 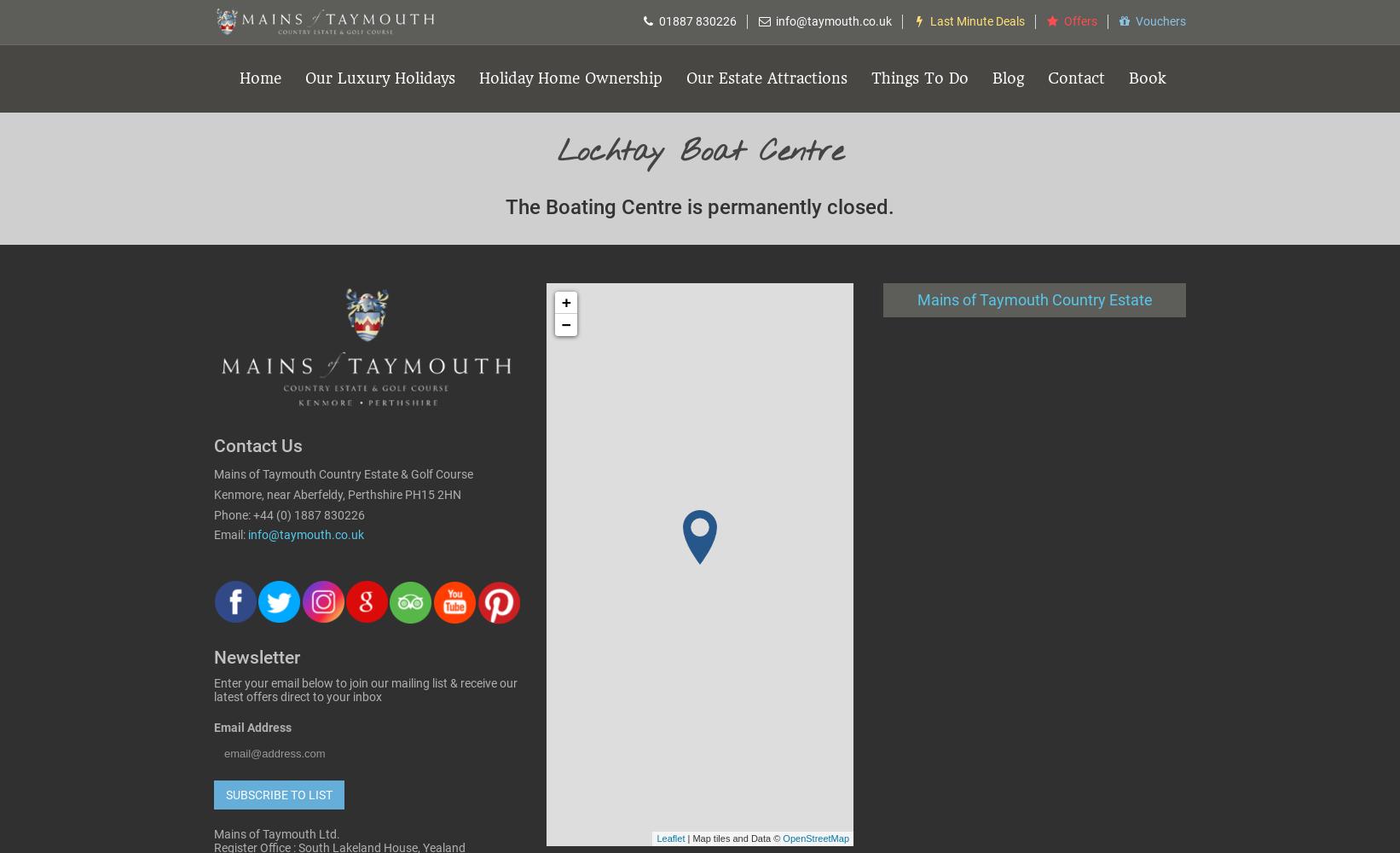 What do you see at coordinates (213, 727) in the screenshot?
I see `'Email Address'` at bounding box center [213, 727].